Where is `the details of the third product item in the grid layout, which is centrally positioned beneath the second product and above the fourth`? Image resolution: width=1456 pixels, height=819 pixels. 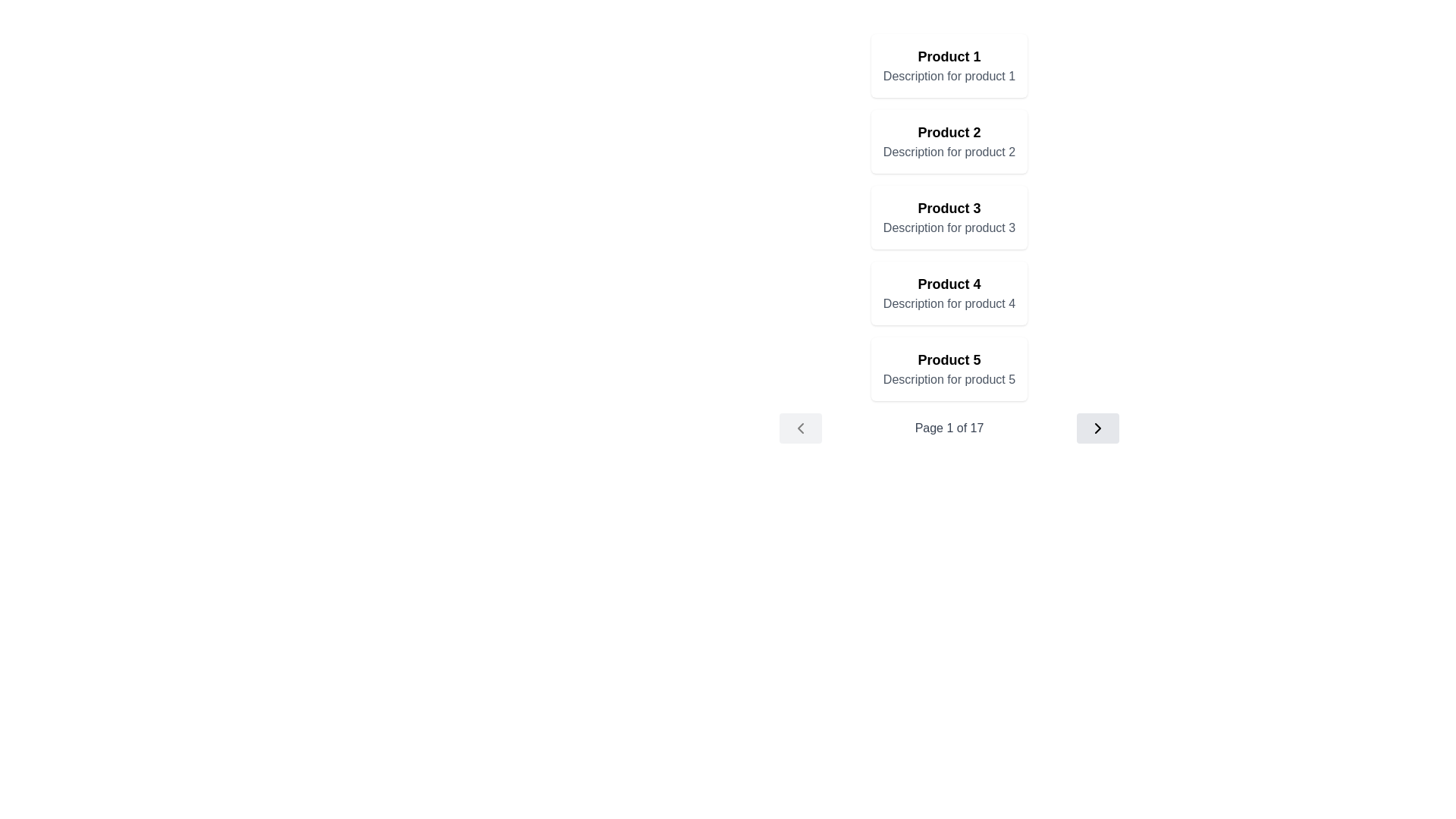
the details of the third product item in the grid layout, which is centrally positioned beneath the second product and above the fourth is located at coordinates (949, 217).